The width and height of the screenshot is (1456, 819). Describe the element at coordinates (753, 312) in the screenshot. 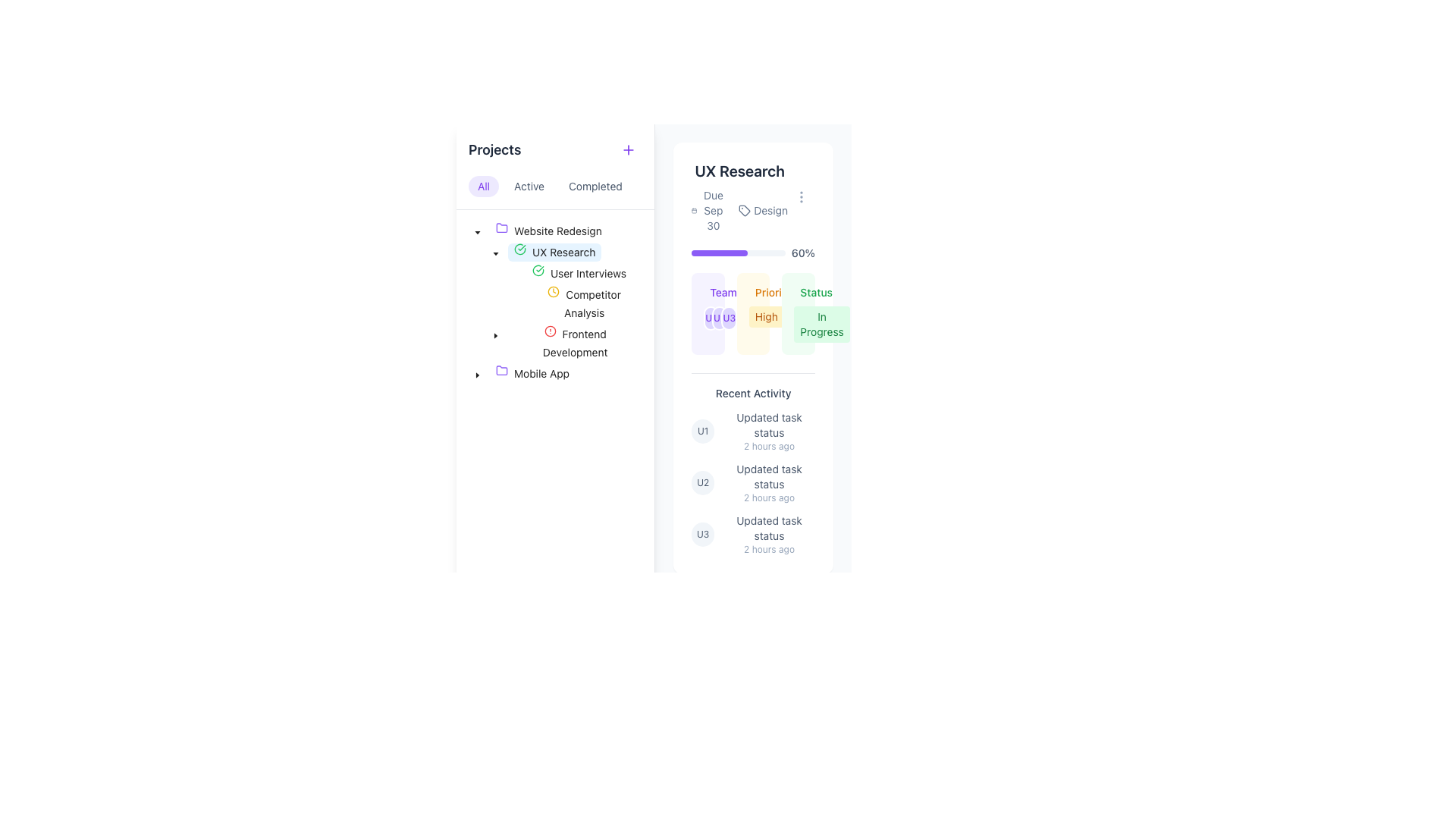

I see `the 'High' priority badge displayed in the middle column of the task card, which indicates the urgency of the associated task` at that location.